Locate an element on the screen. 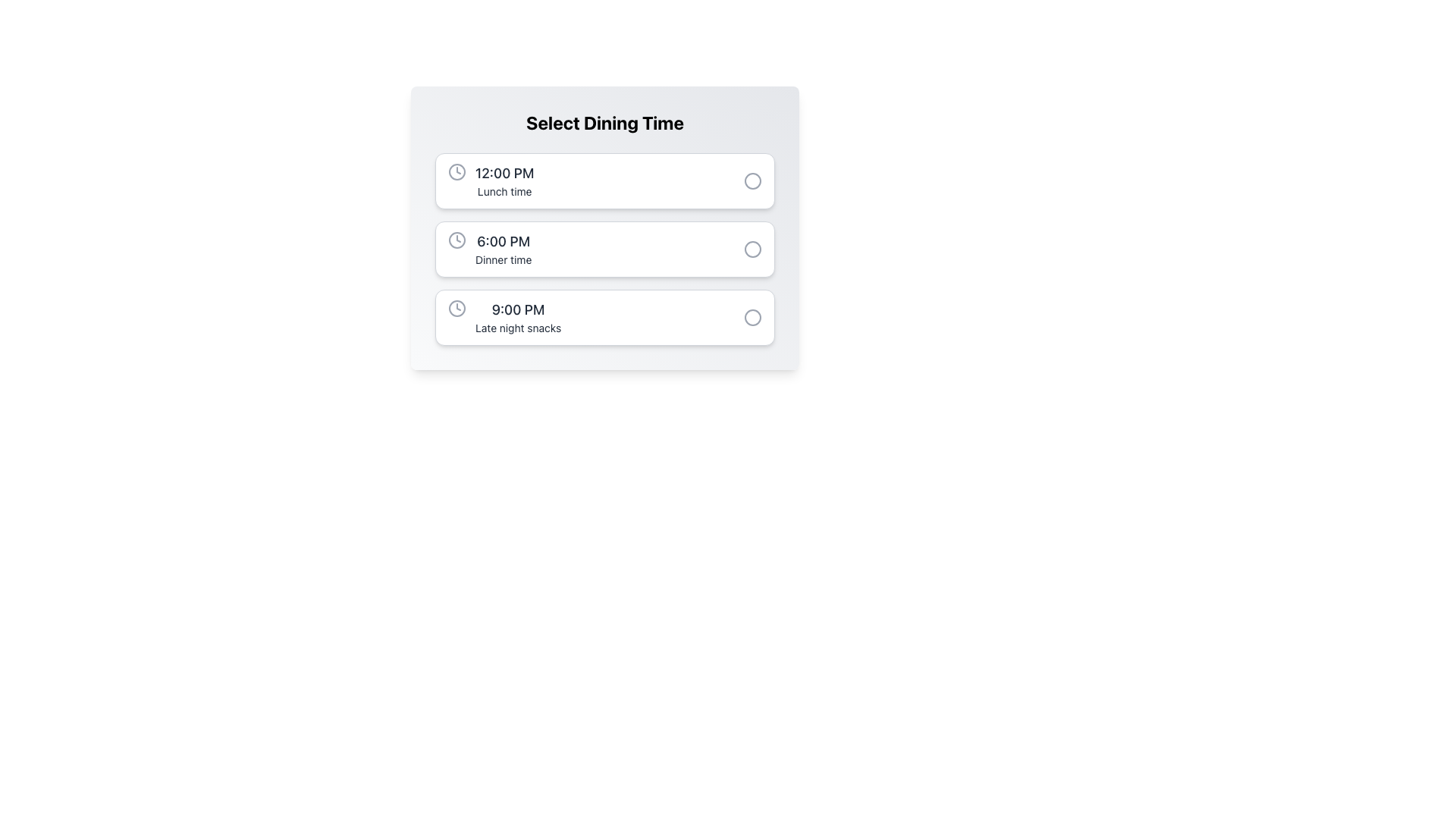  the third item in the interactive selection list labeled '9:00 PM Late night snacks' is located at coordinates (604, 317).